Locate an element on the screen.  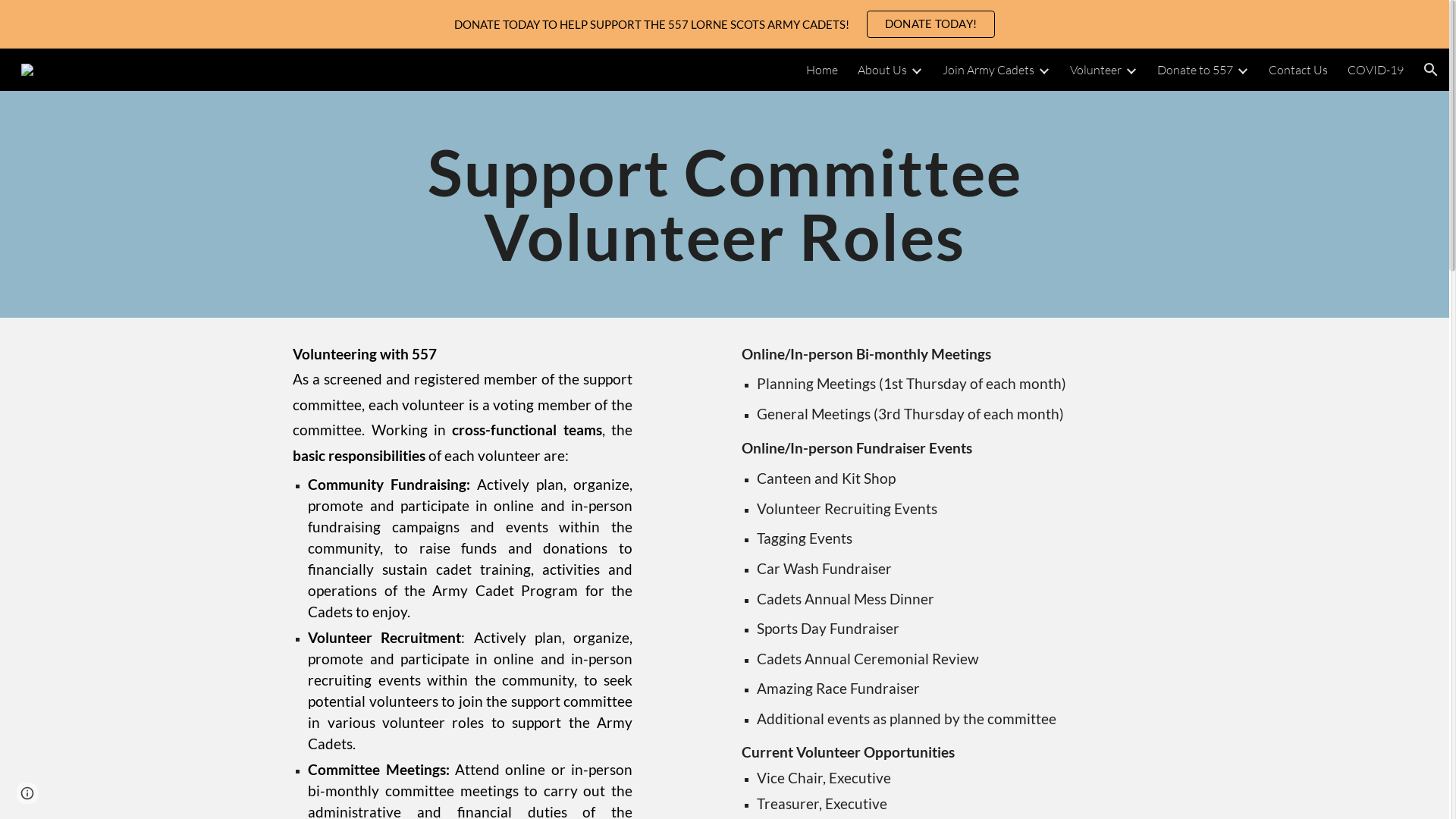
'Contact Us' is located at coordinates (1298, 70).